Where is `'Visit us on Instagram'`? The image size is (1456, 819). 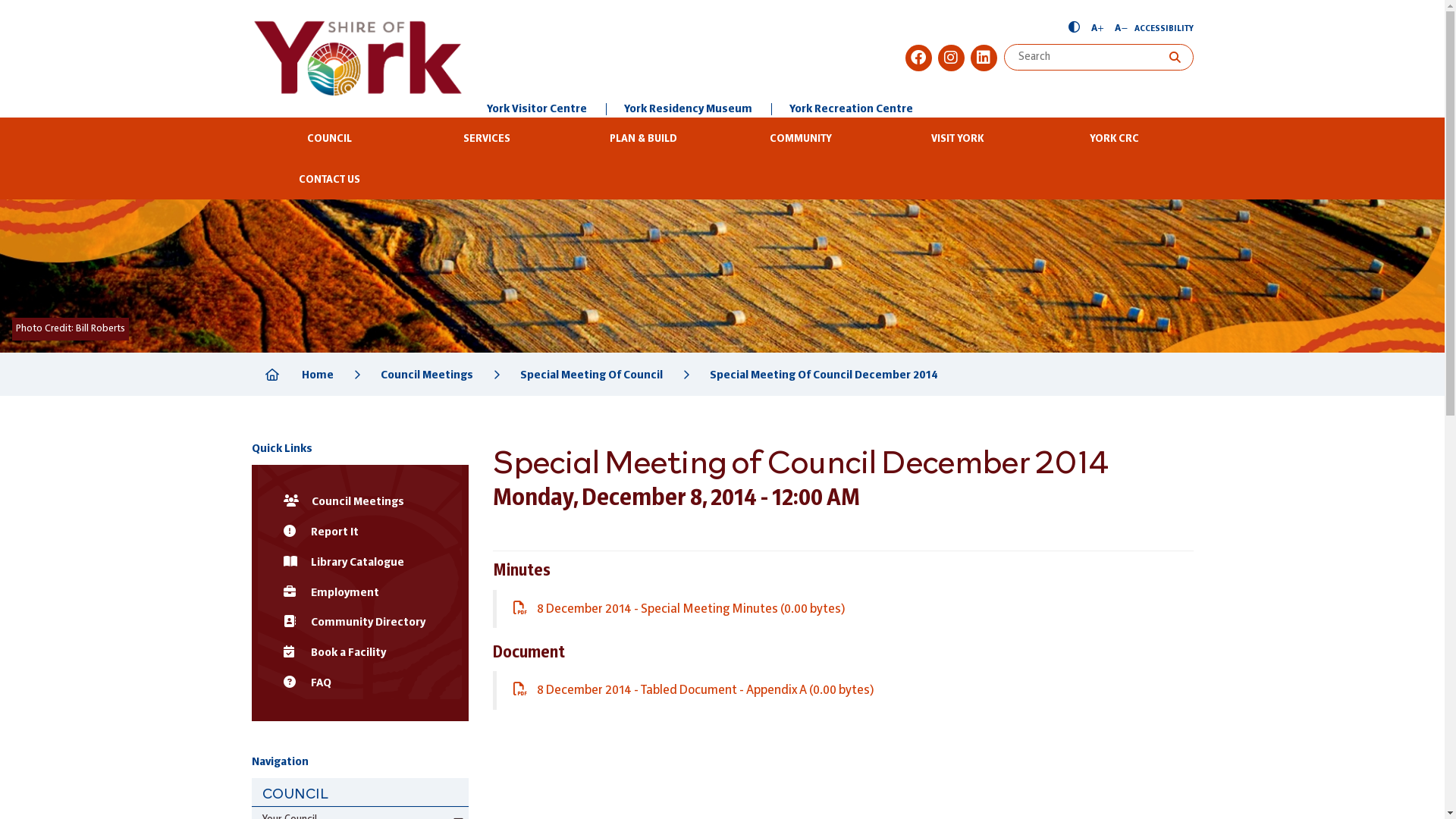
'Visit us on Instagram' is located at coordinates (937, 57).